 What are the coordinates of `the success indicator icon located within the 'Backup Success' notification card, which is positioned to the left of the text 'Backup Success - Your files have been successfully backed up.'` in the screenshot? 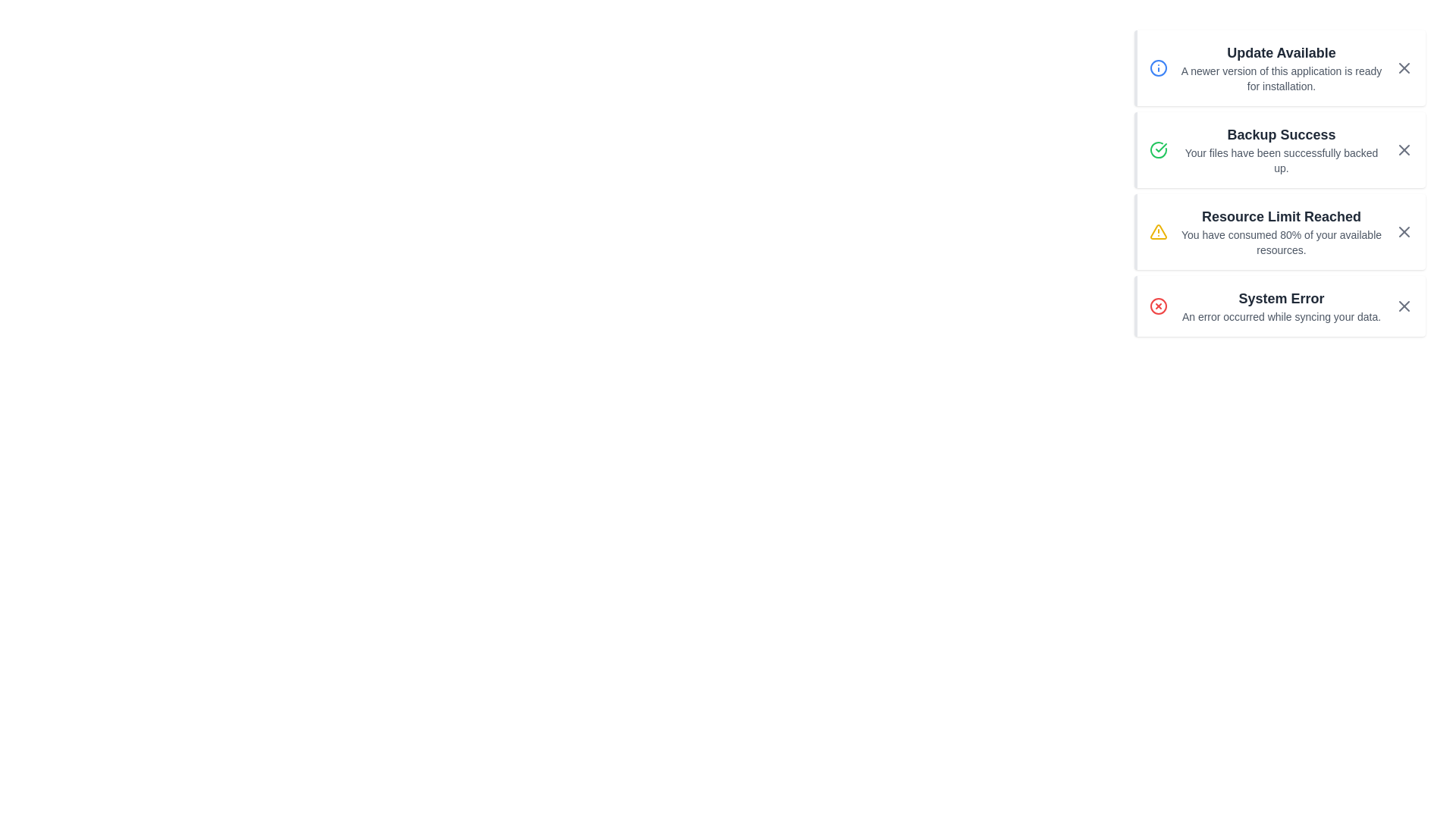 It's located at (1157, 149).